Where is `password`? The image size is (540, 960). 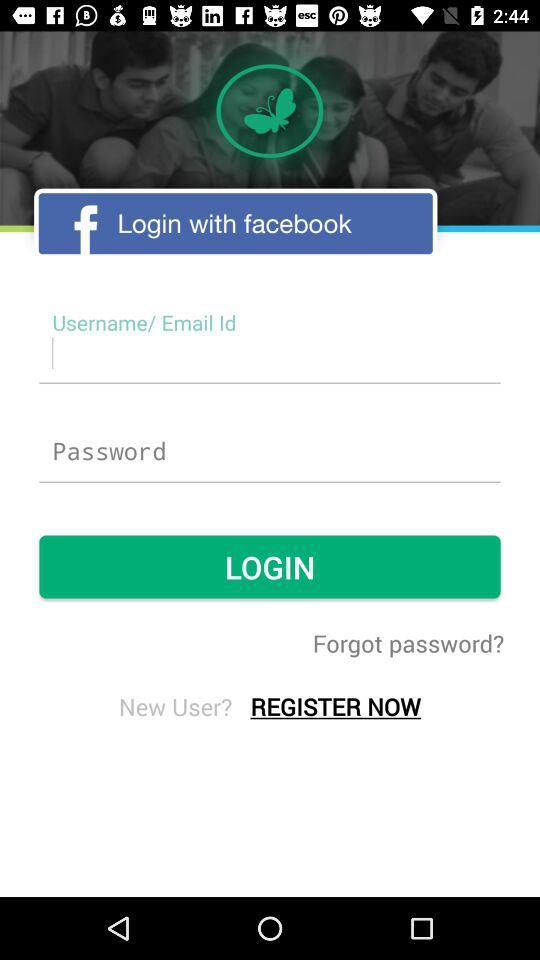 password is located at coordinates (270, 452).